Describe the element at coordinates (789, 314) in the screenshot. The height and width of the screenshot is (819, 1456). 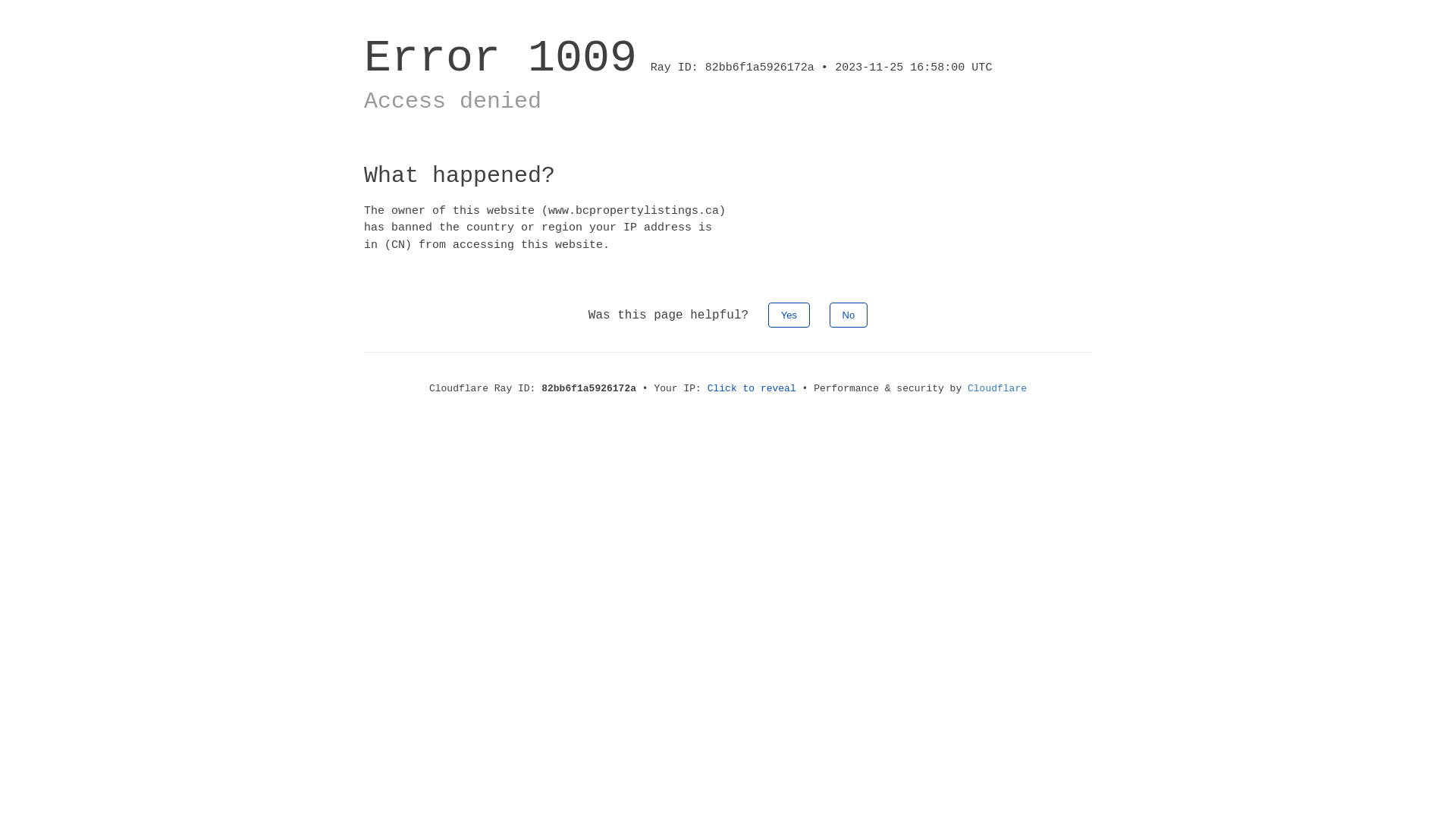
I see `'Yes'` at that location.